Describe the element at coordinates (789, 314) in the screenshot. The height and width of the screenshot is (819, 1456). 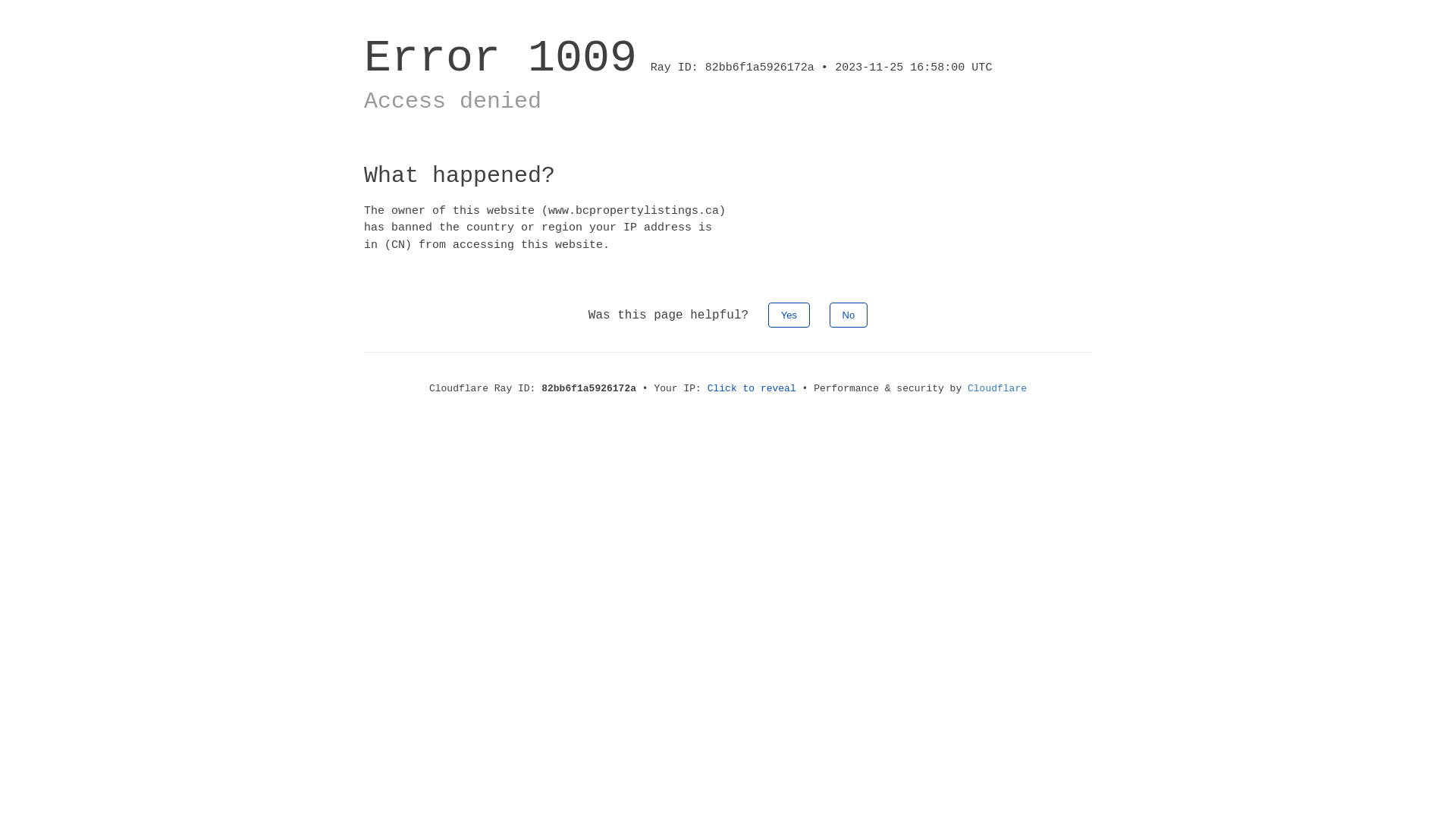
I see `'Yes'` at that location.